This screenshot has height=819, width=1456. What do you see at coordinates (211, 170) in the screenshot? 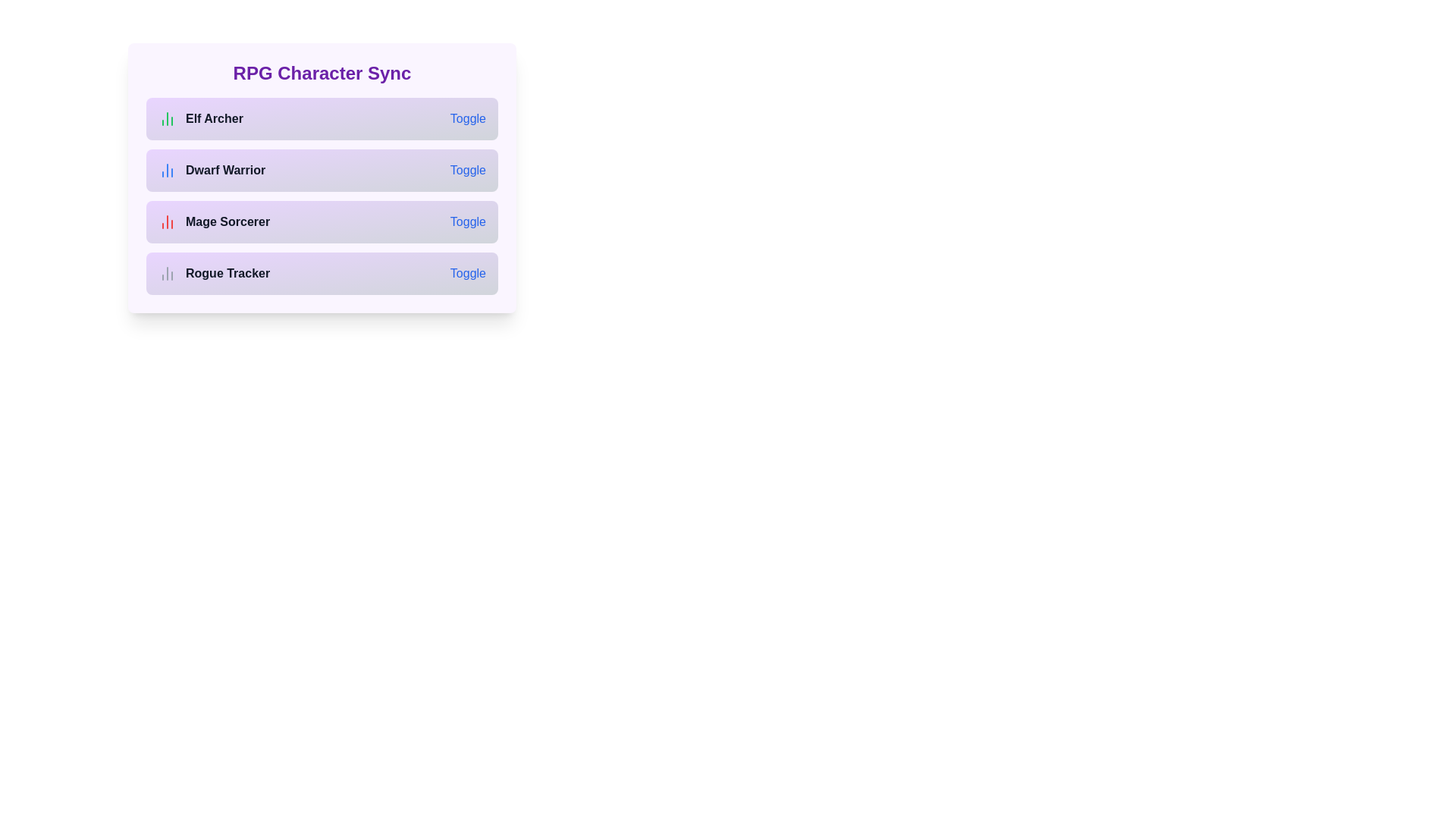
I see `the 'Dwarf Warrior' selectable option in the character roles list` at bounding box center [211, 170].